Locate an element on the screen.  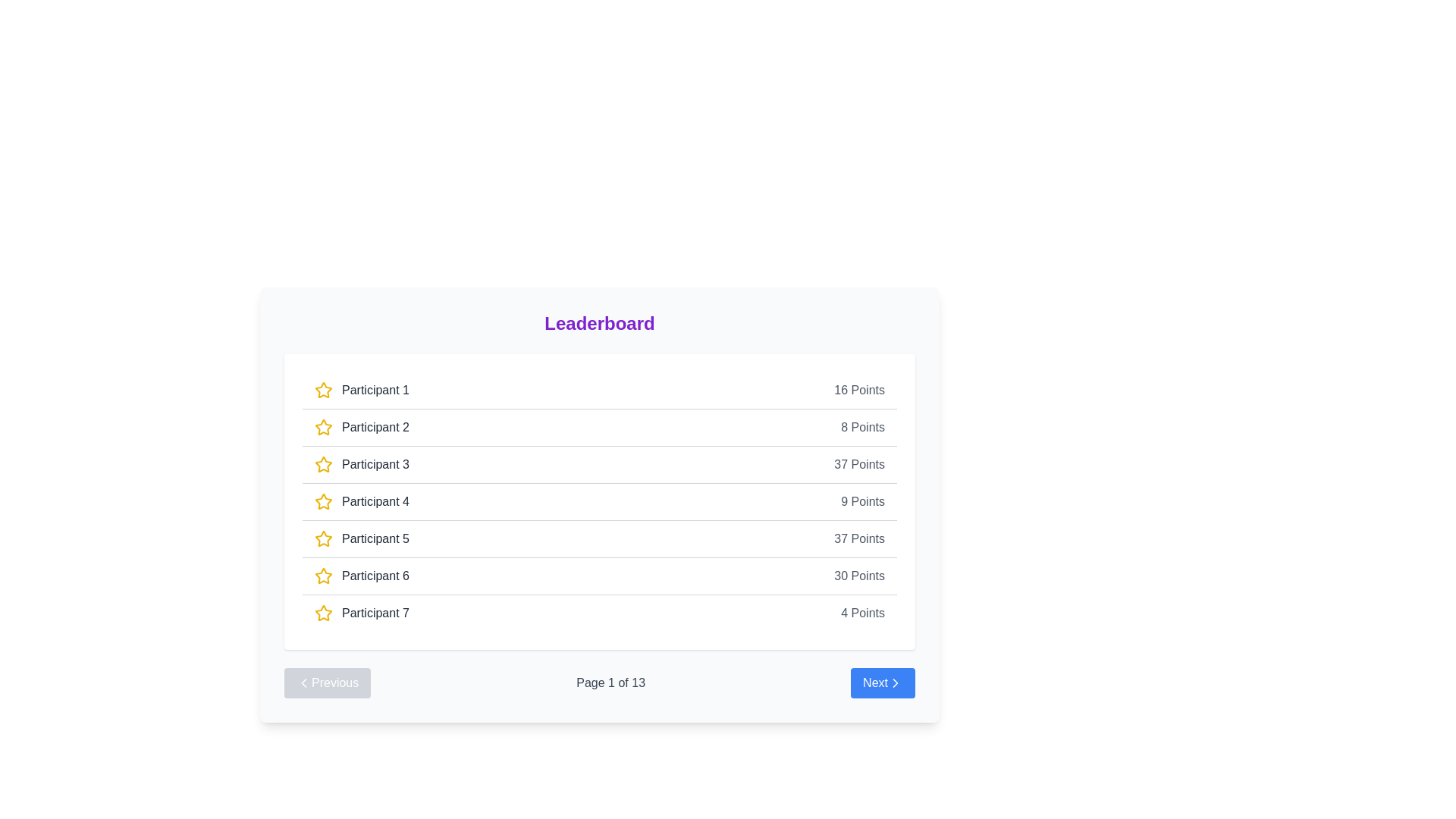
the bold yellow star icon located to the left of the 'Participant 5' label in the leaderboard table is located at coordinates (323, 538).